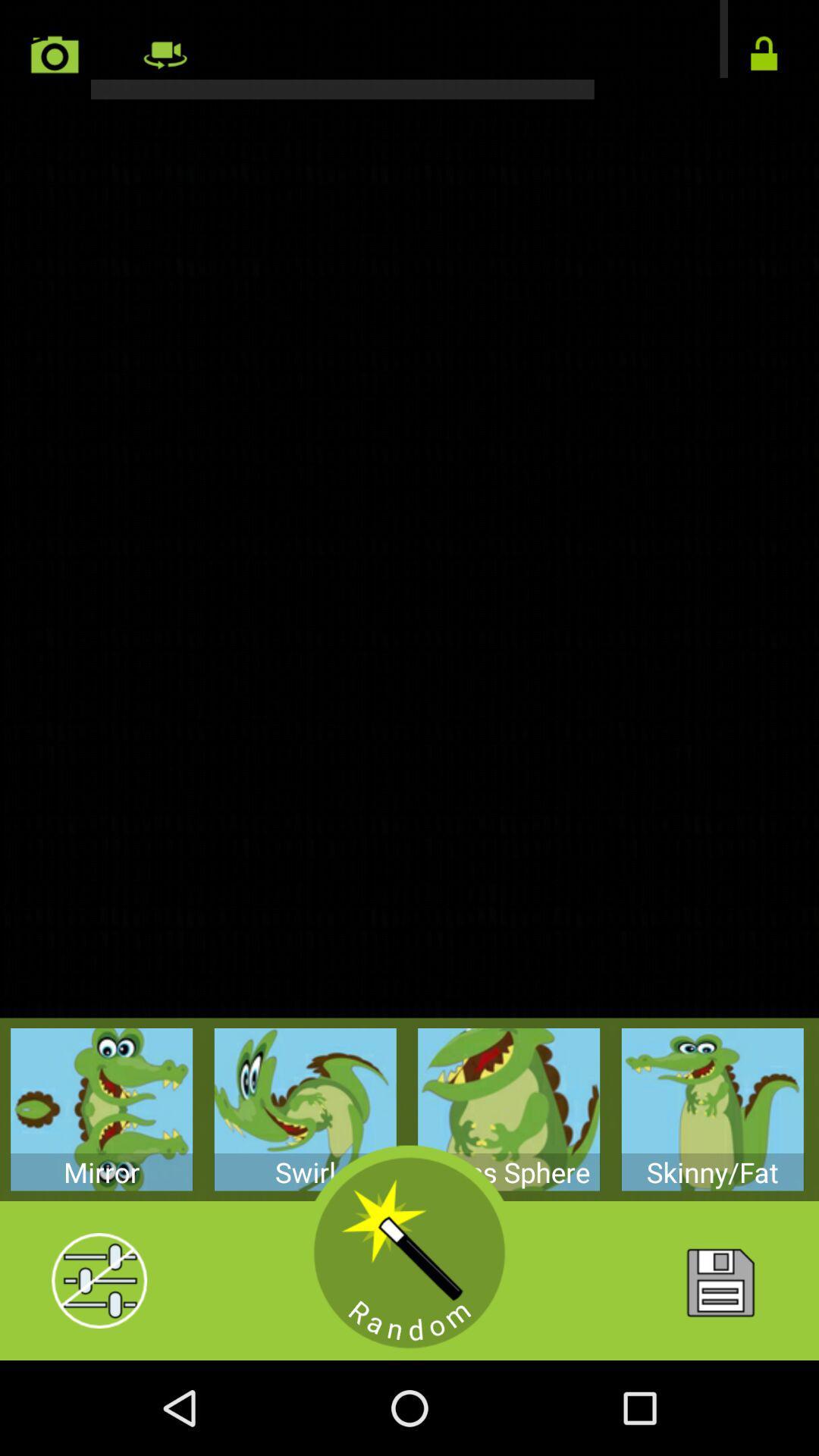  Describe the element at coordinates (764, 55) in the screenshot. I see `autoplay option` at that location.